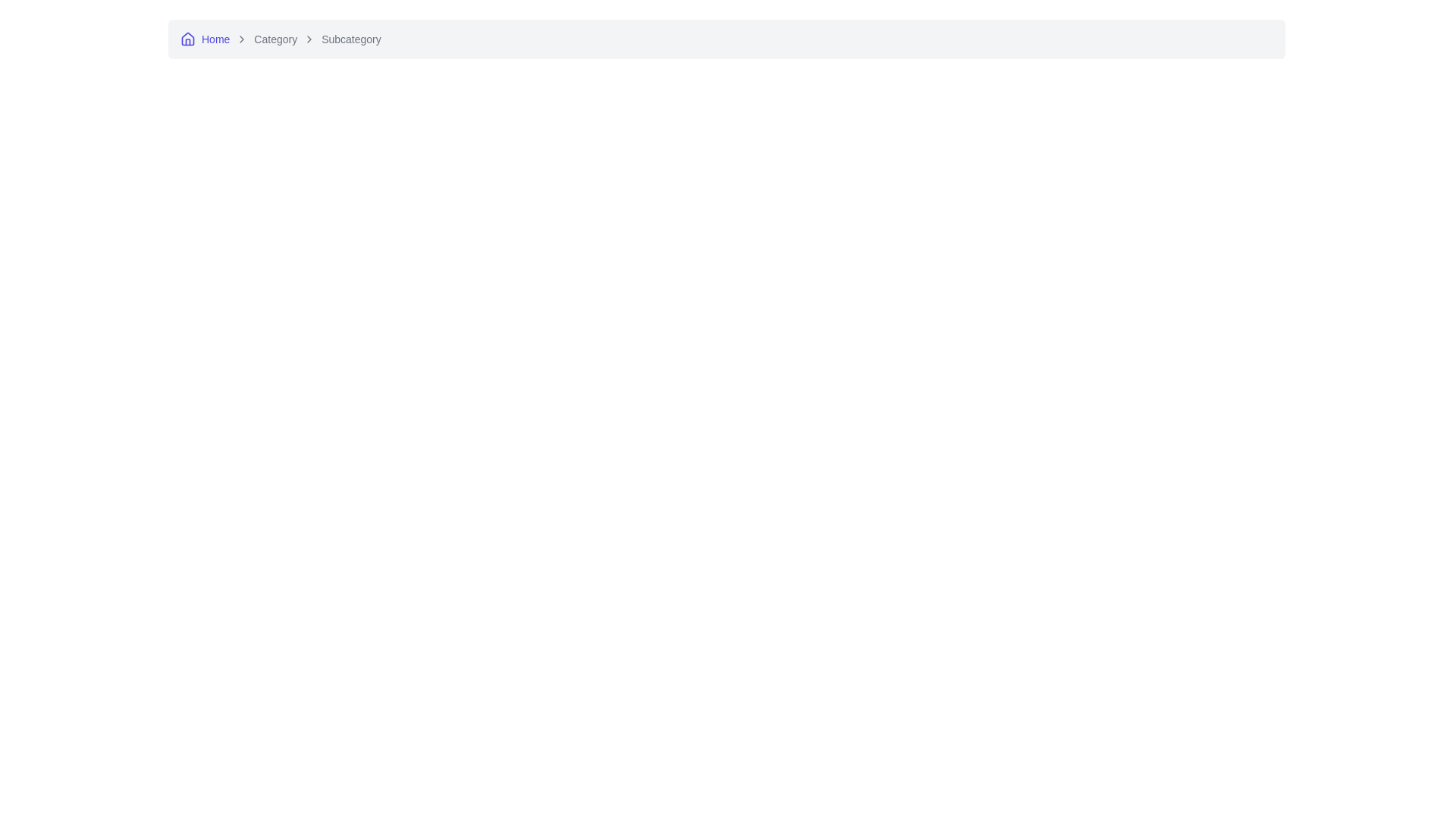 This screenshot has width=1456, height=819. Describe the element at coordinates (309, 38) in the screenshot. I see `the separator icon in the breadcrumb navigation bar, which visually separates 'Category' and 'Subcategory' texts` at that location.